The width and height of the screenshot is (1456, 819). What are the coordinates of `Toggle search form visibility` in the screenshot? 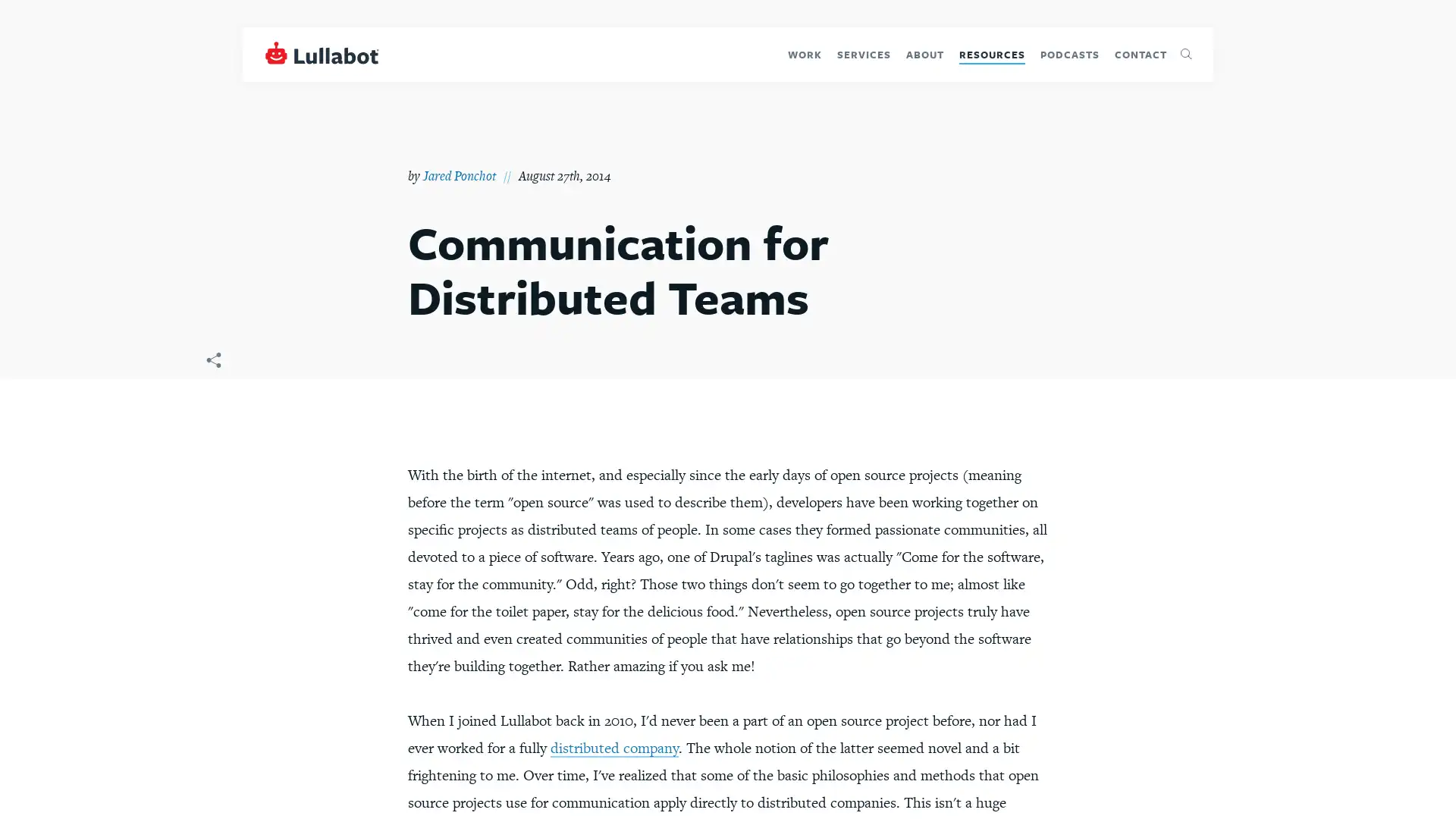 It's located at (1185, 54).